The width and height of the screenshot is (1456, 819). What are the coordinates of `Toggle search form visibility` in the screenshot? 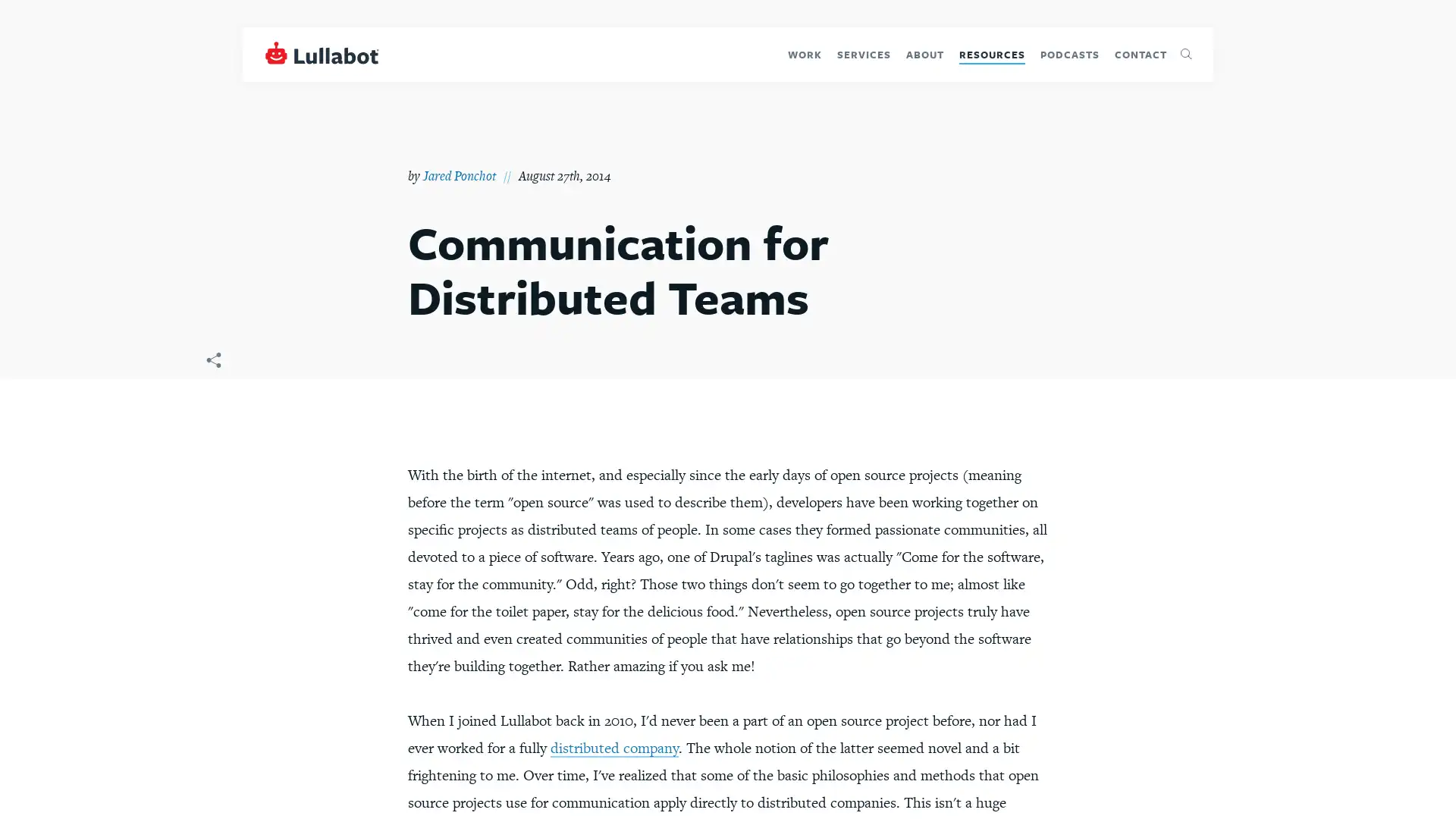 It's located at (1185, 54).